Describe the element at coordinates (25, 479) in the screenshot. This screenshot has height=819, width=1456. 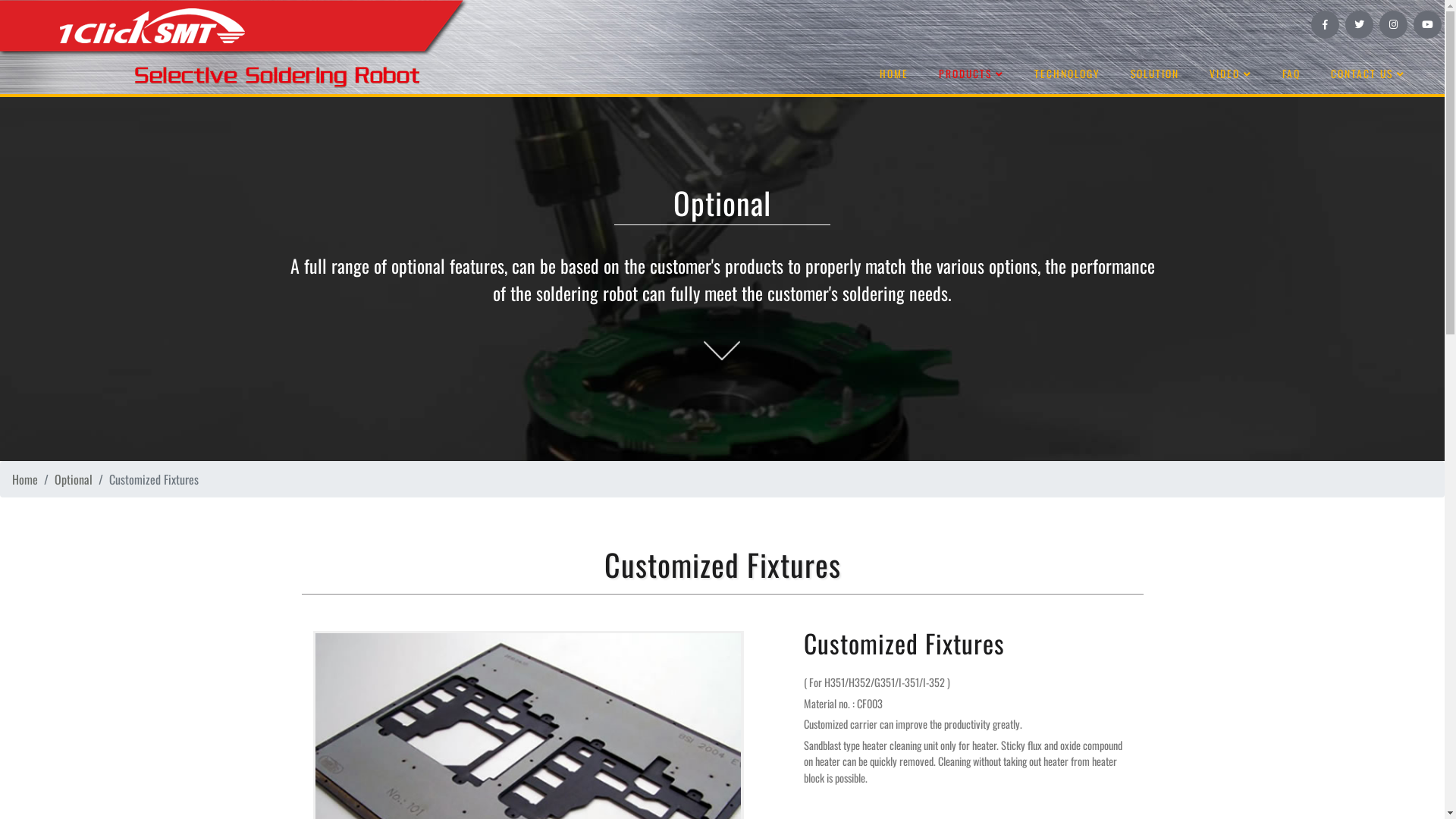
I see `'Home'` at that location.